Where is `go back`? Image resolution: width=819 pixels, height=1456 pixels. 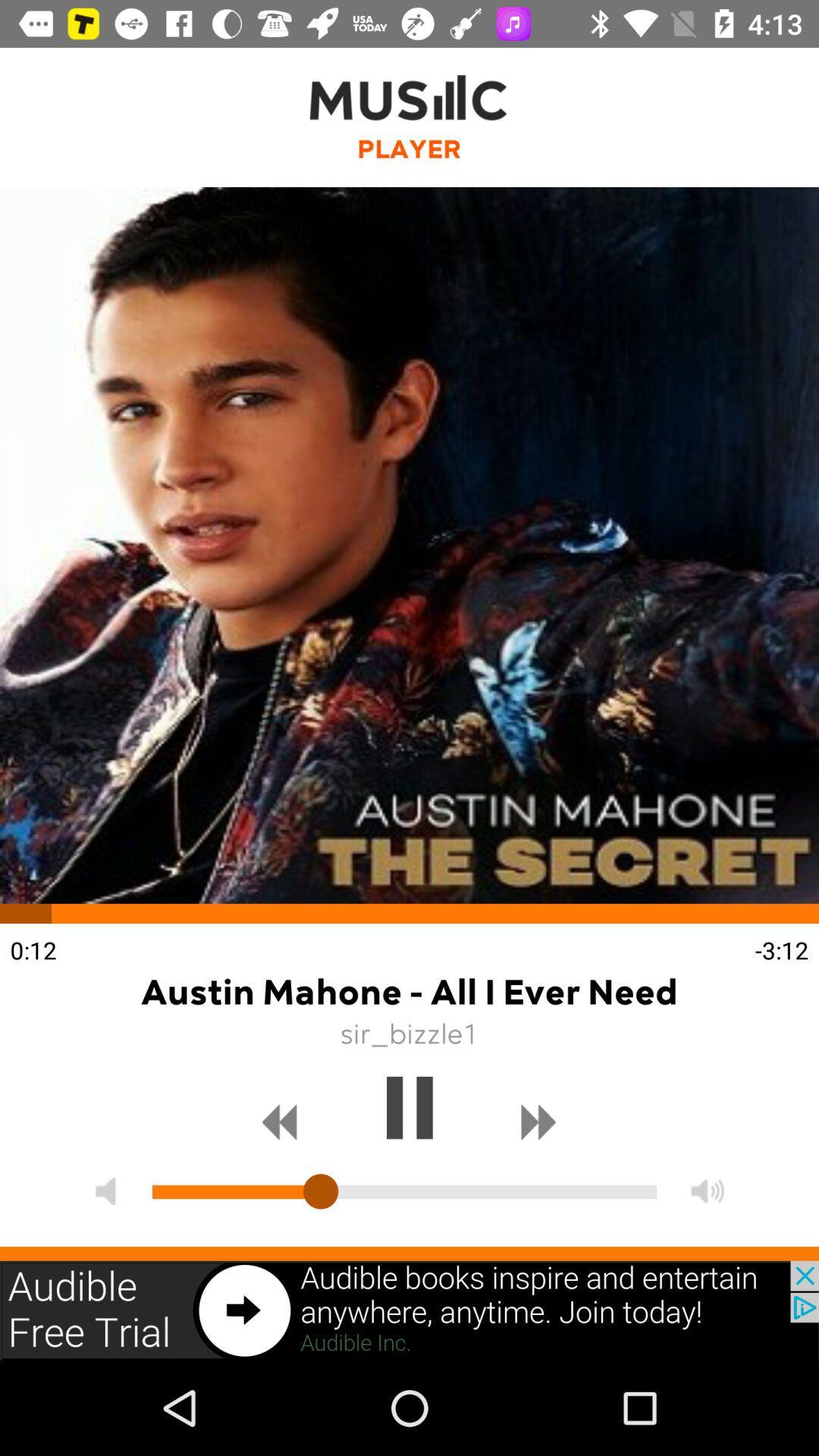
go back is located at coordinates (280, 1122).